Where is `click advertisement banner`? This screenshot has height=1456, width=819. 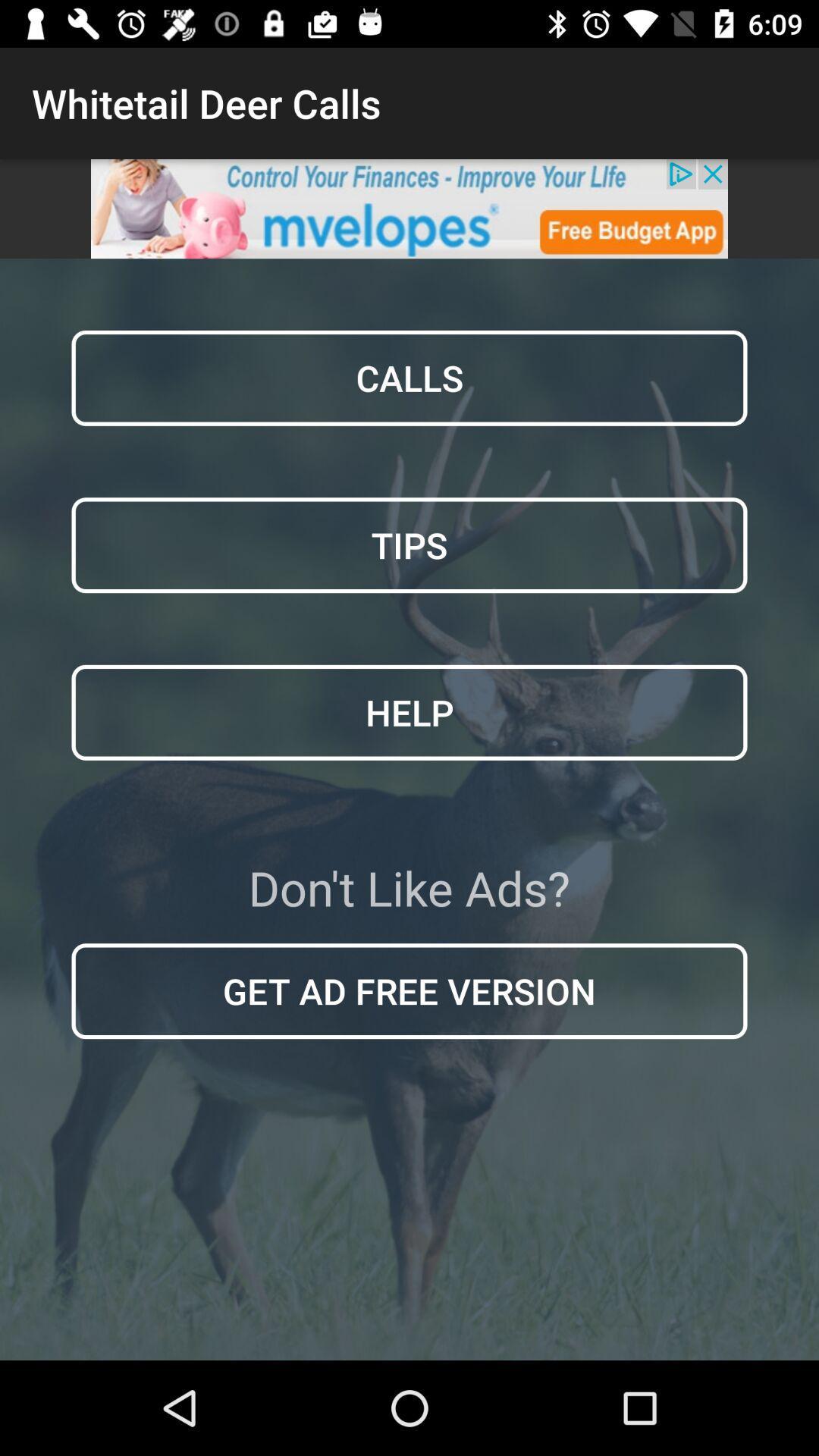 click advertisement banner is located at coordinates (409, 208).